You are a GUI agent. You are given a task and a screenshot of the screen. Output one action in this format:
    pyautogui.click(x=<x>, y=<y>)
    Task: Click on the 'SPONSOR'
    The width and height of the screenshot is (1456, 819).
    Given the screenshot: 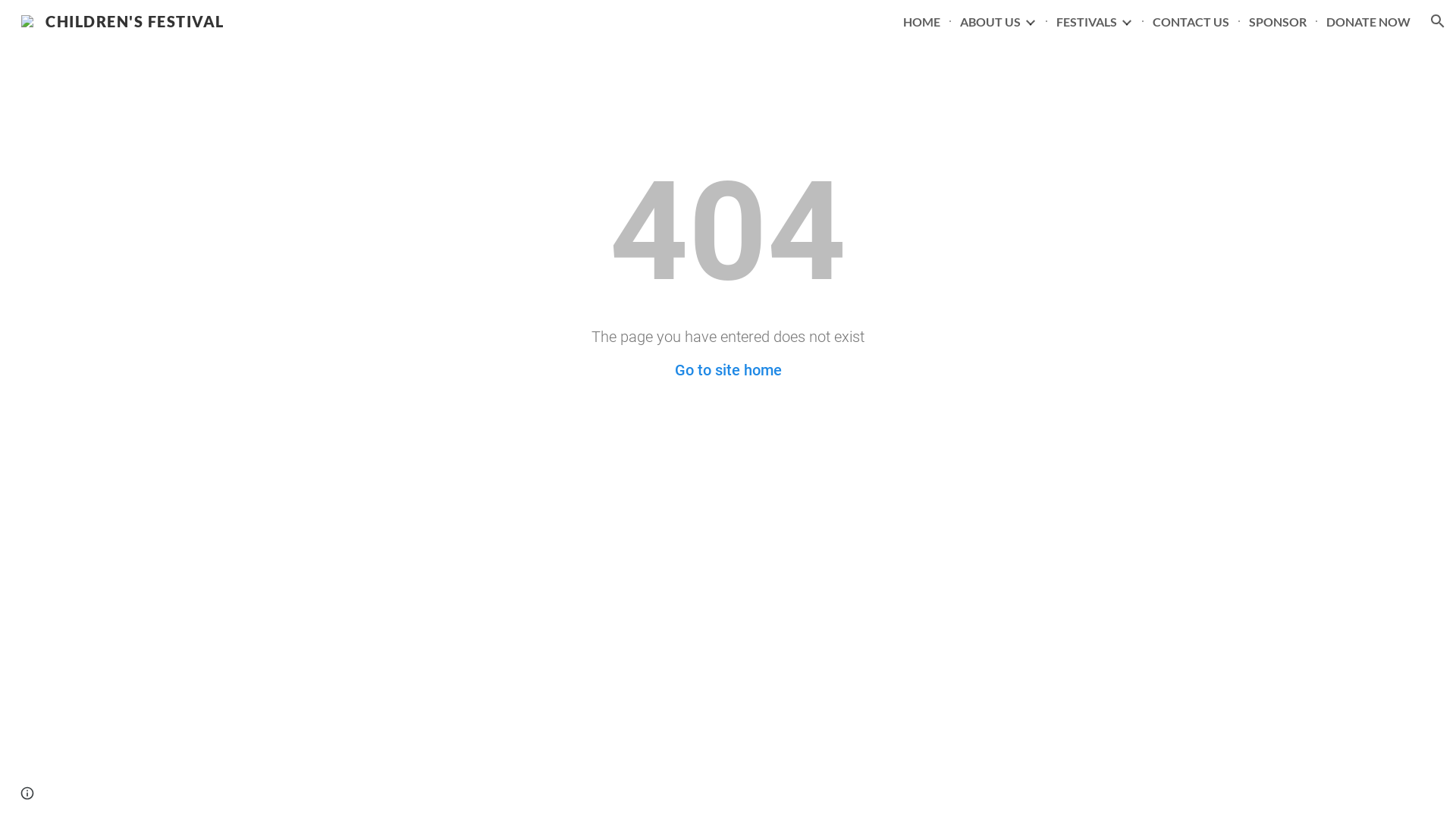 What is the action you would take?
    pyautogui.click(x=1248, y=20)
    